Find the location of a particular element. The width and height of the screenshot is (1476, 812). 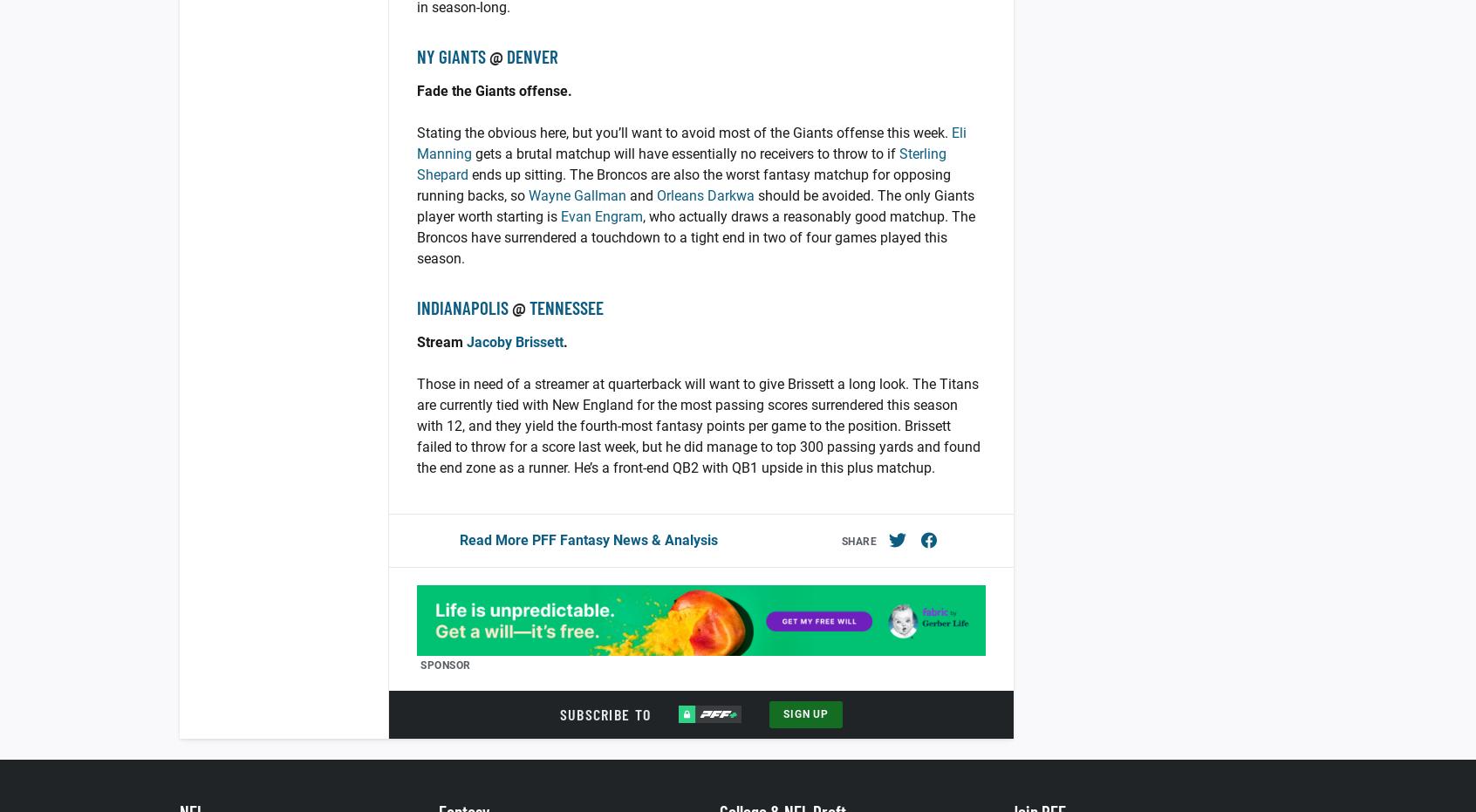

'Eli Manning' is located at coordinates (415, 142).